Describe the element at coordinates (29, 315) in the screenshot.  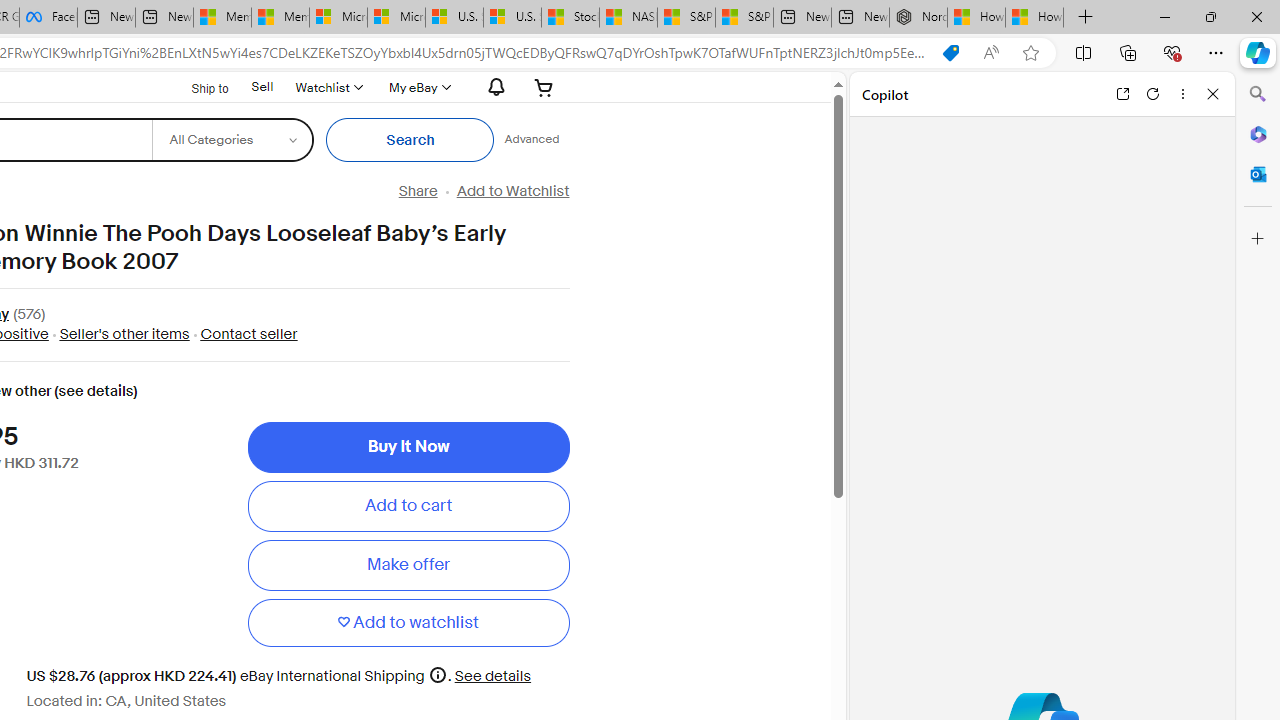
I see `'(576)'` at that location.